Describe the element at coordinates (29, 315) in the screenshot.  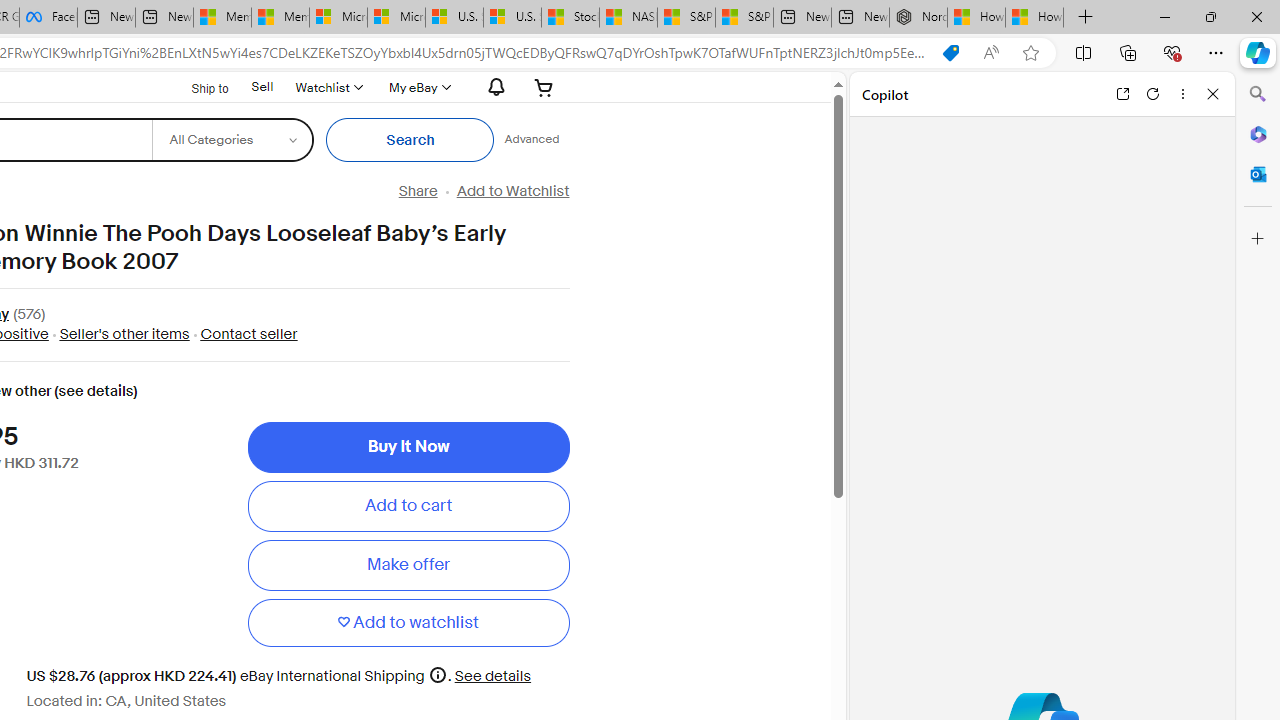
I see `'(576)'` at that location.